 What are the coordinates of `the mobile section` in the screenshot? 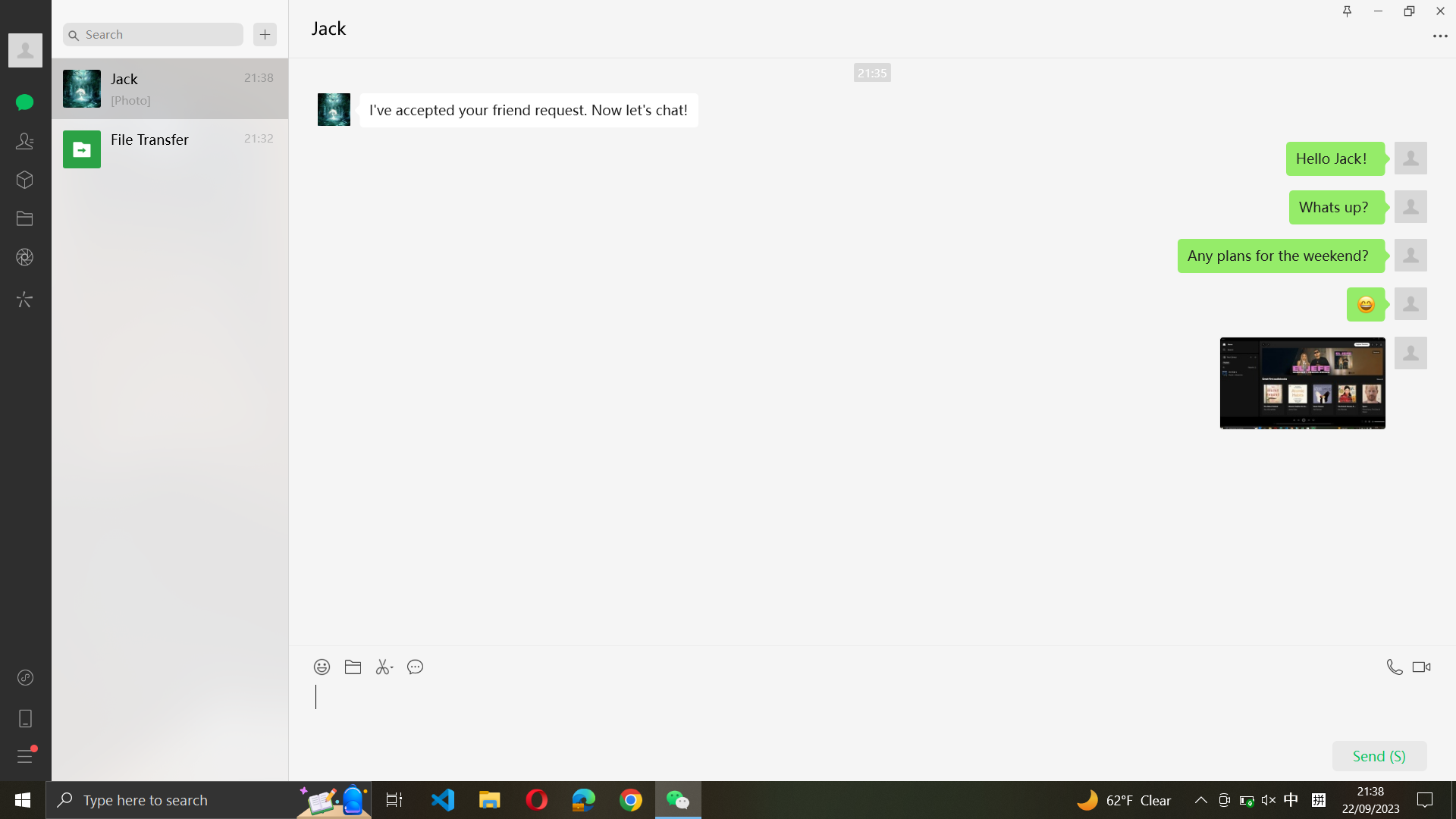 It's located at (25, 717).